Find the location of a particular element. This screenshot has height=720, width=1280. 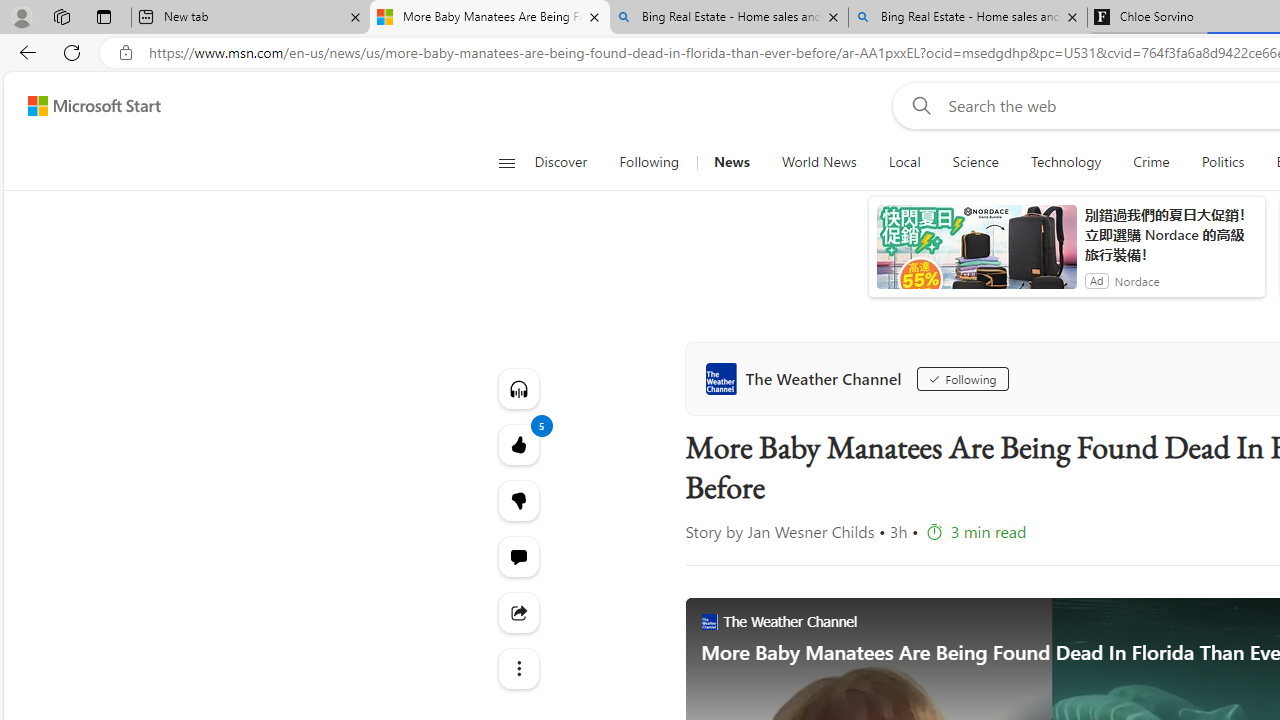

'Politics' is located at coordinates (1222, 162).